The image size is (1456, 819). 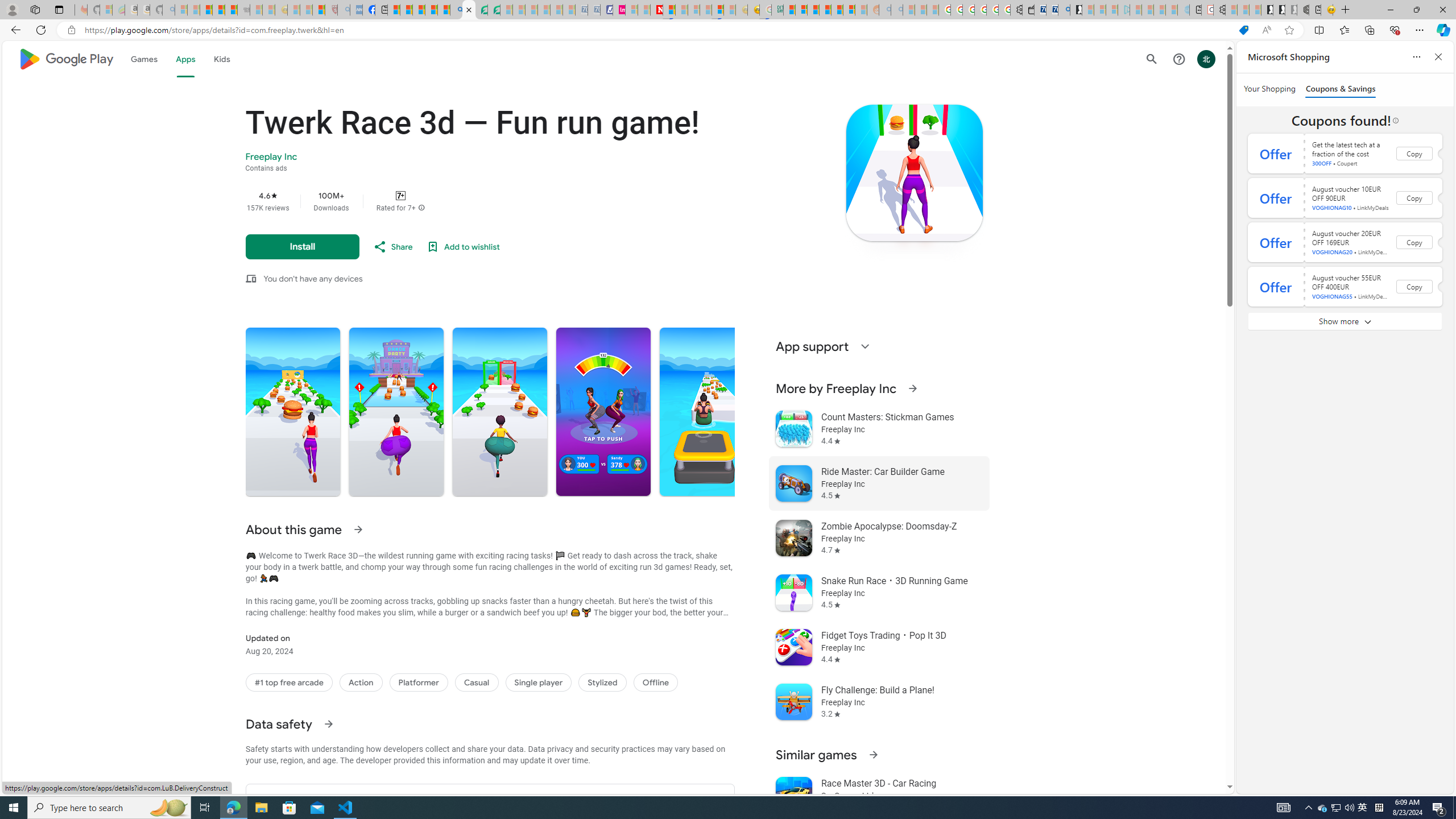 I want to click on 'Offline', so click(x=656, y=682).